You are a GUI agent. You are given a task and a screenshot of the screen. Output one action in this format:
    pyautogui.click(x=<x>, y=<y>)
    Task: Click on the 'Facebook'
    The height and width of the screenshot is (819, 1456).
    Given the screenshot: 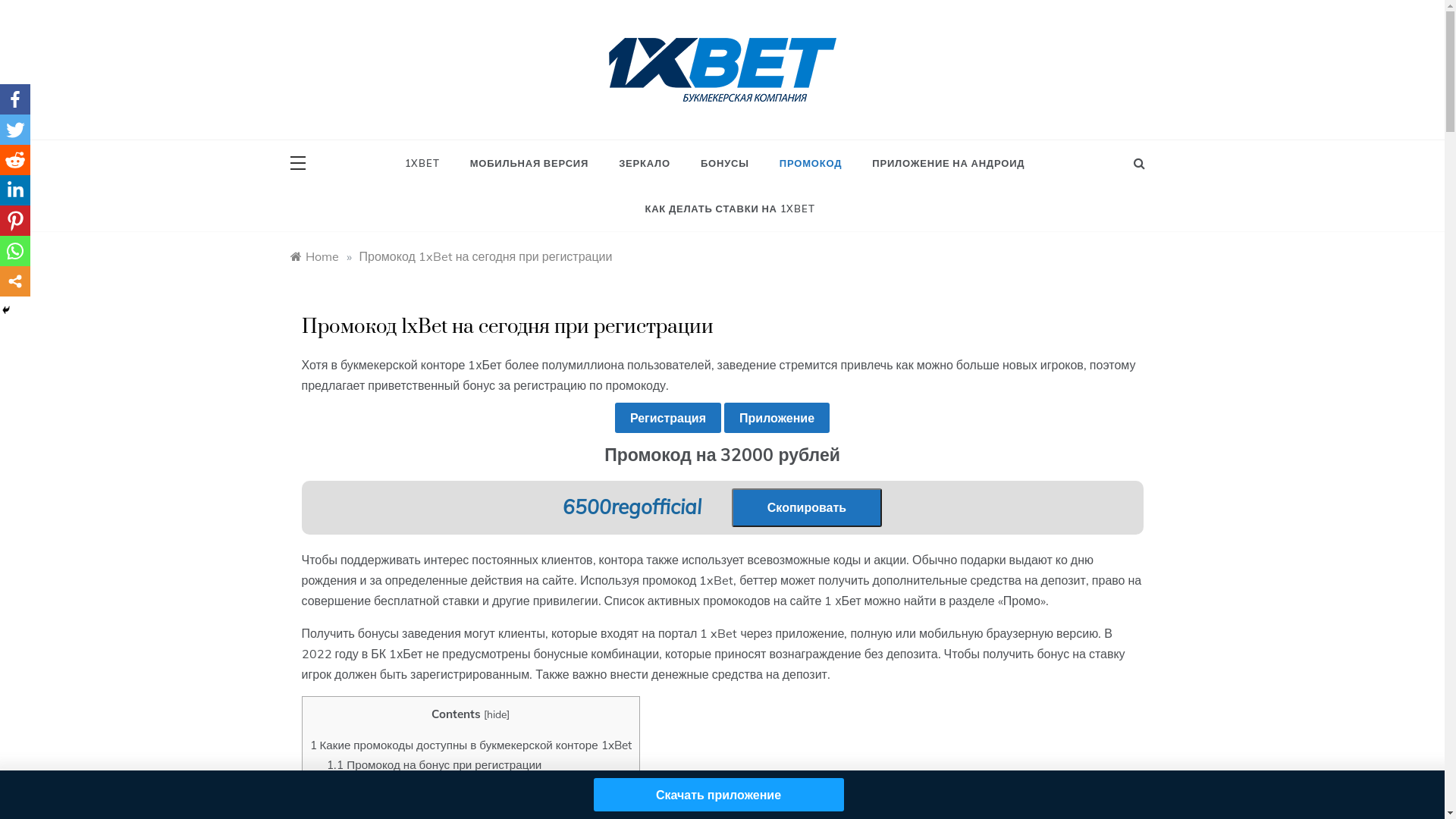 What is the action you would take?
    pyautogui.click(x=14, y=99)
    